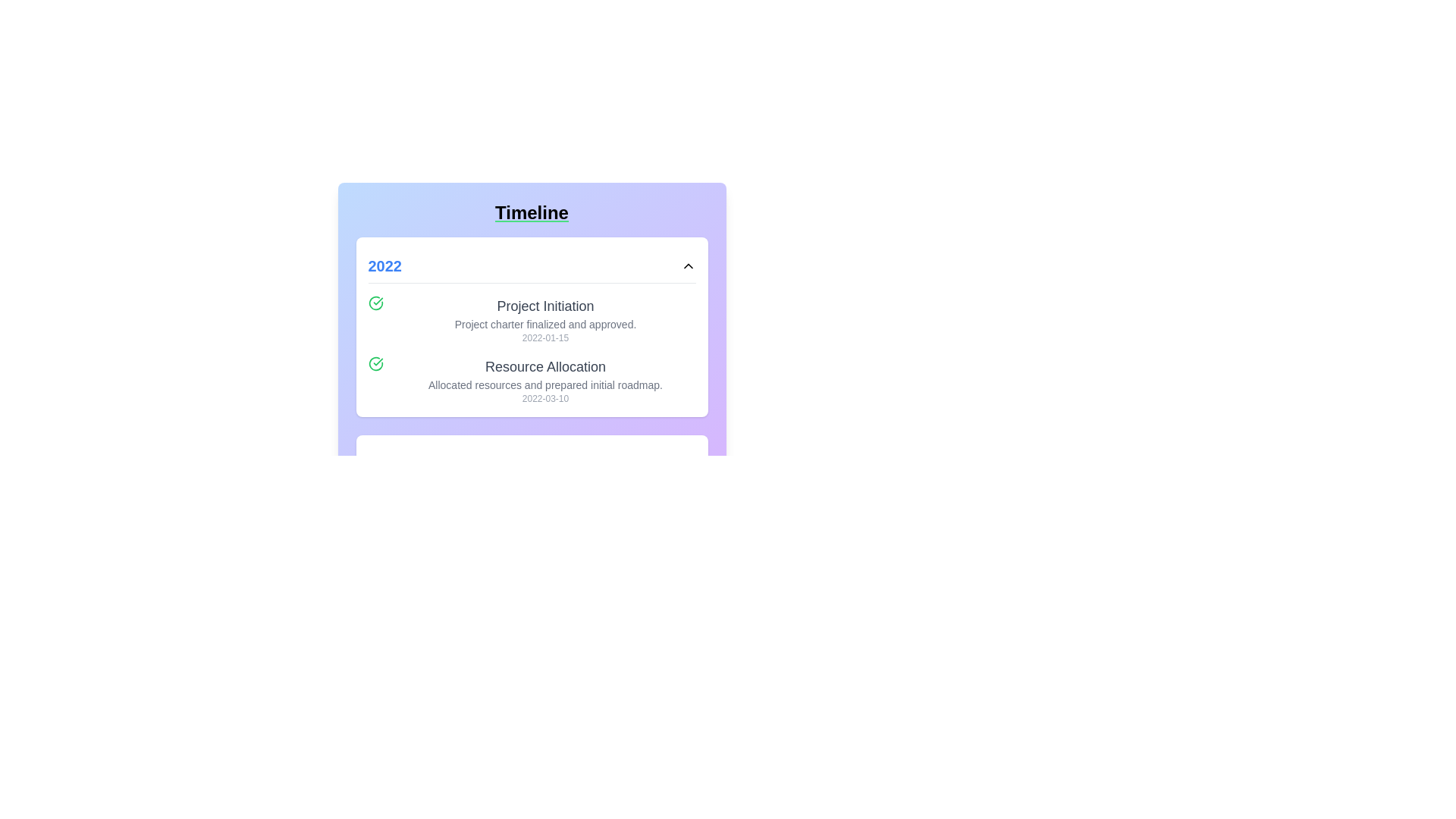 The image size is (1456, 819). I want to click on the timeline-themed informational block for the year 2022, which features events like 'Project Initiation' and 'Resource Allocation', so click(532, 366).